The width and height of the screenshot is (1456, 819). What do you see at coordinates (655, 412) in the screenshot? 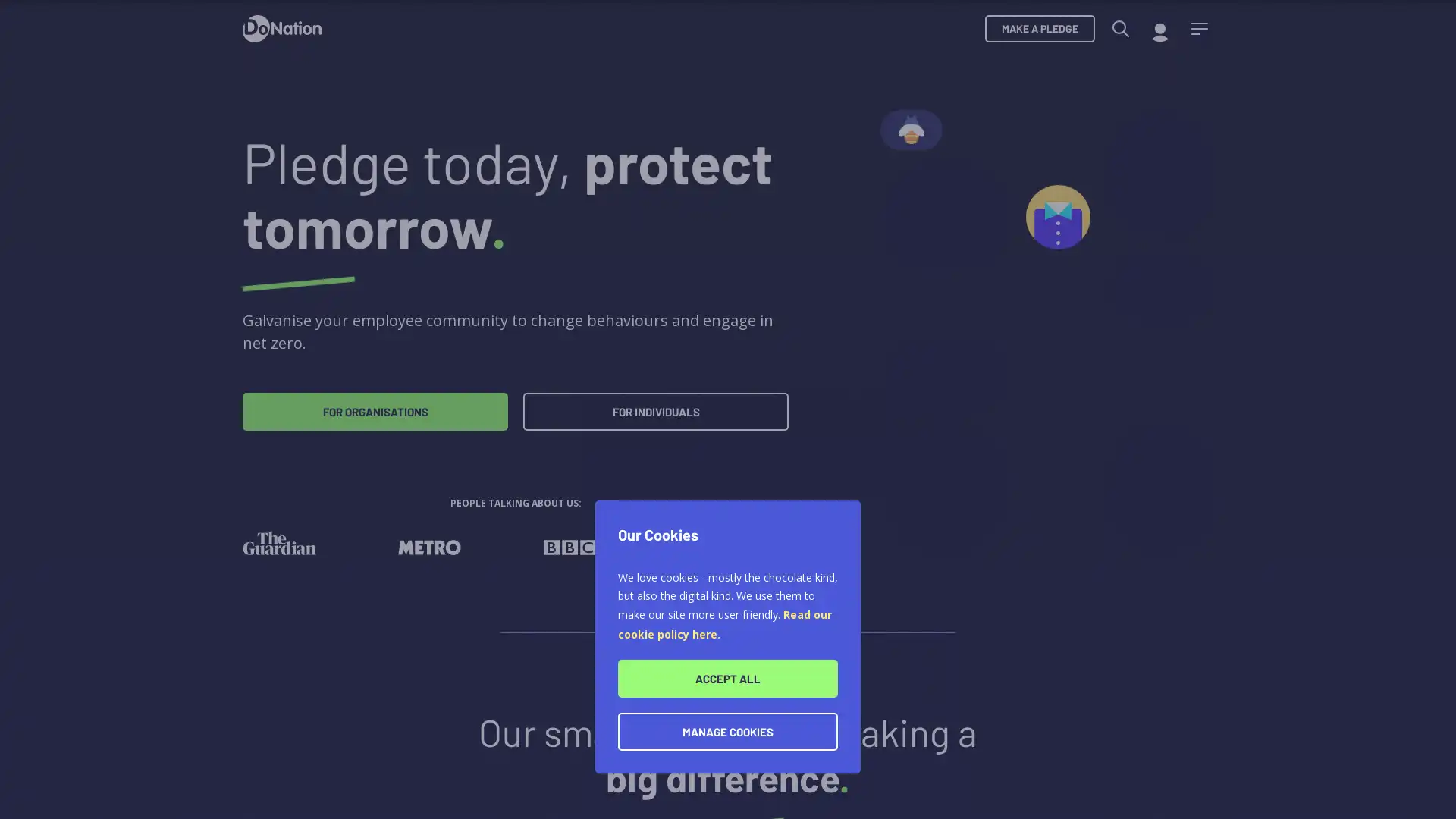
I see `FOR INDIVIDUALS` at bounding box center [655, 412].